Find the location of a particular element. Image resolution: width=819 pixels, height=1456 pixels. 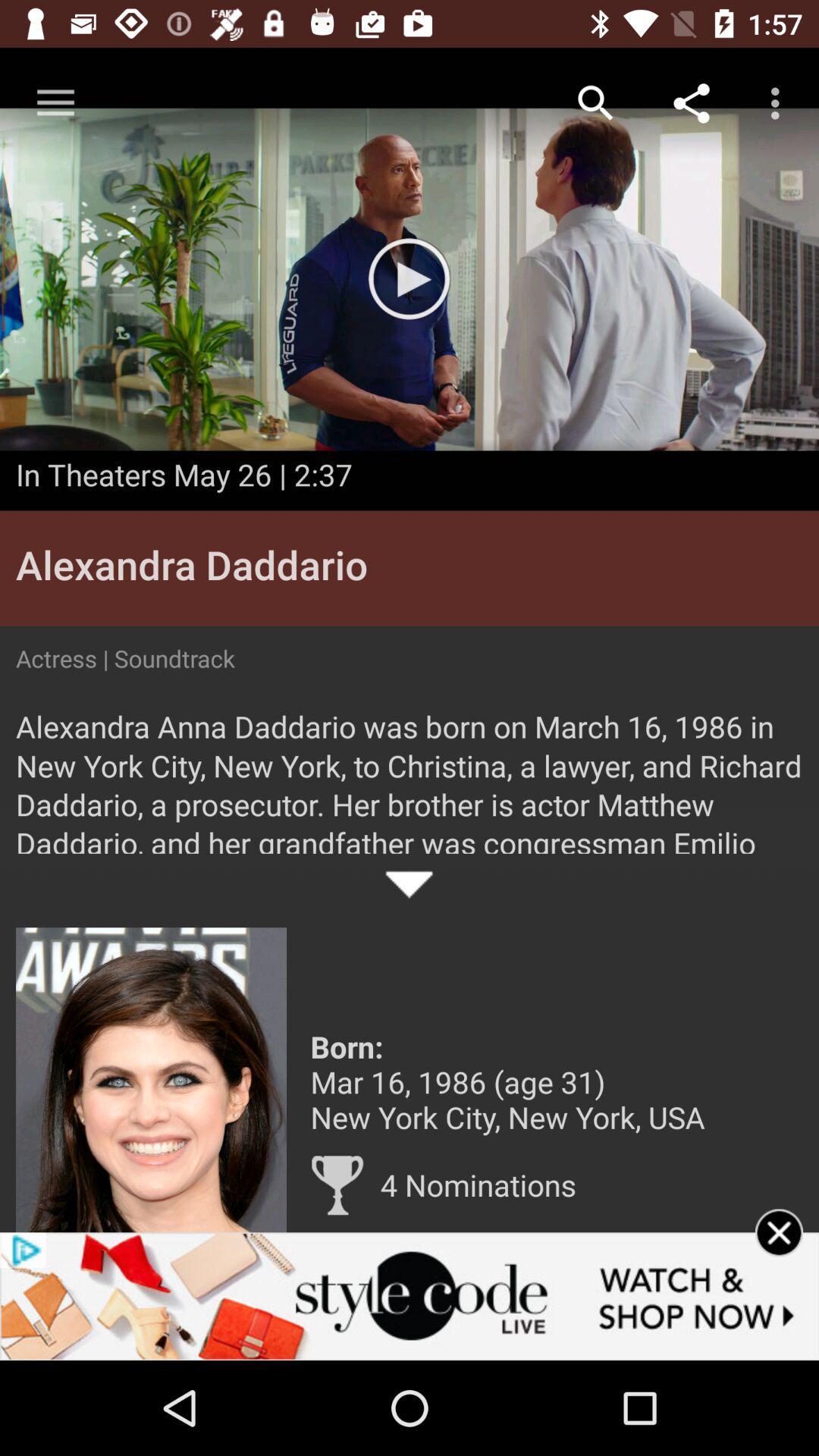

see image is located at coordinates (151, 1079).